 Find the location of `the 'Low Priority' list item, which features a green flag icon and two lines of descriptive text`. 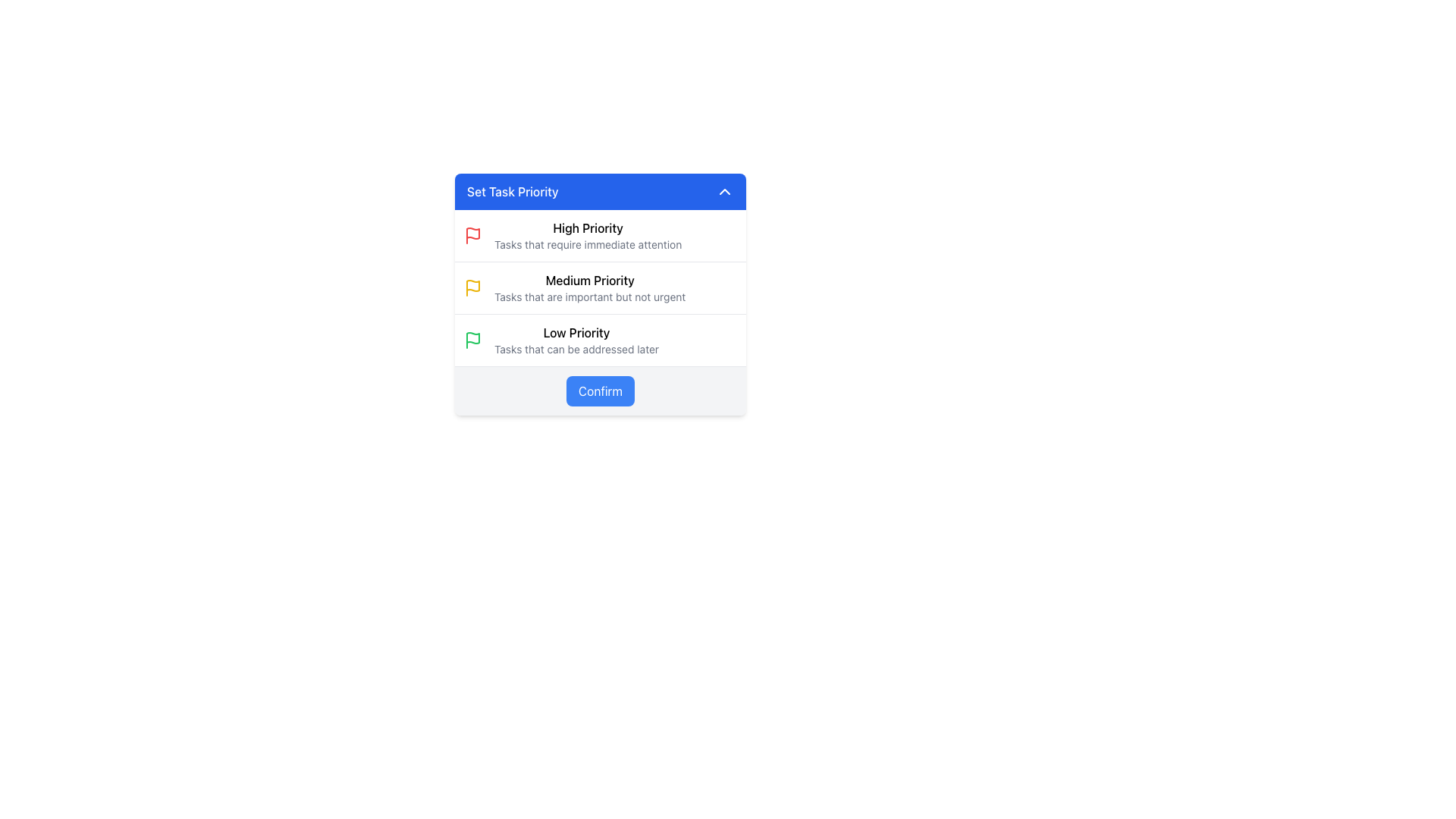

the 'Low Priority' list item, which features a green flag icon and two lines of descriptive text is located at coordinates (600, 339).